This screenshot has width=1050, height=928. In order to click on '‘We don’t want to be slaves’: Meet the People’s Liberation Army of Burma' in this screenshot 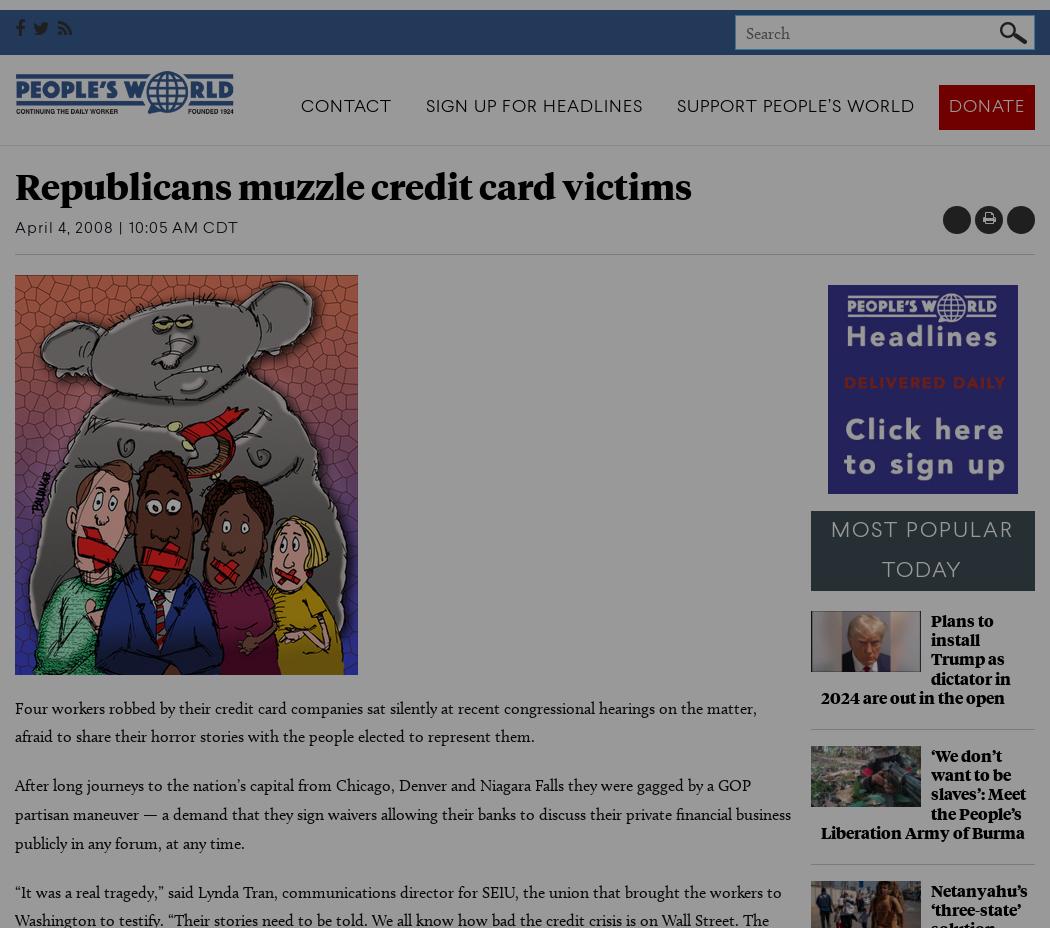, I will do `click(922, 791)`.